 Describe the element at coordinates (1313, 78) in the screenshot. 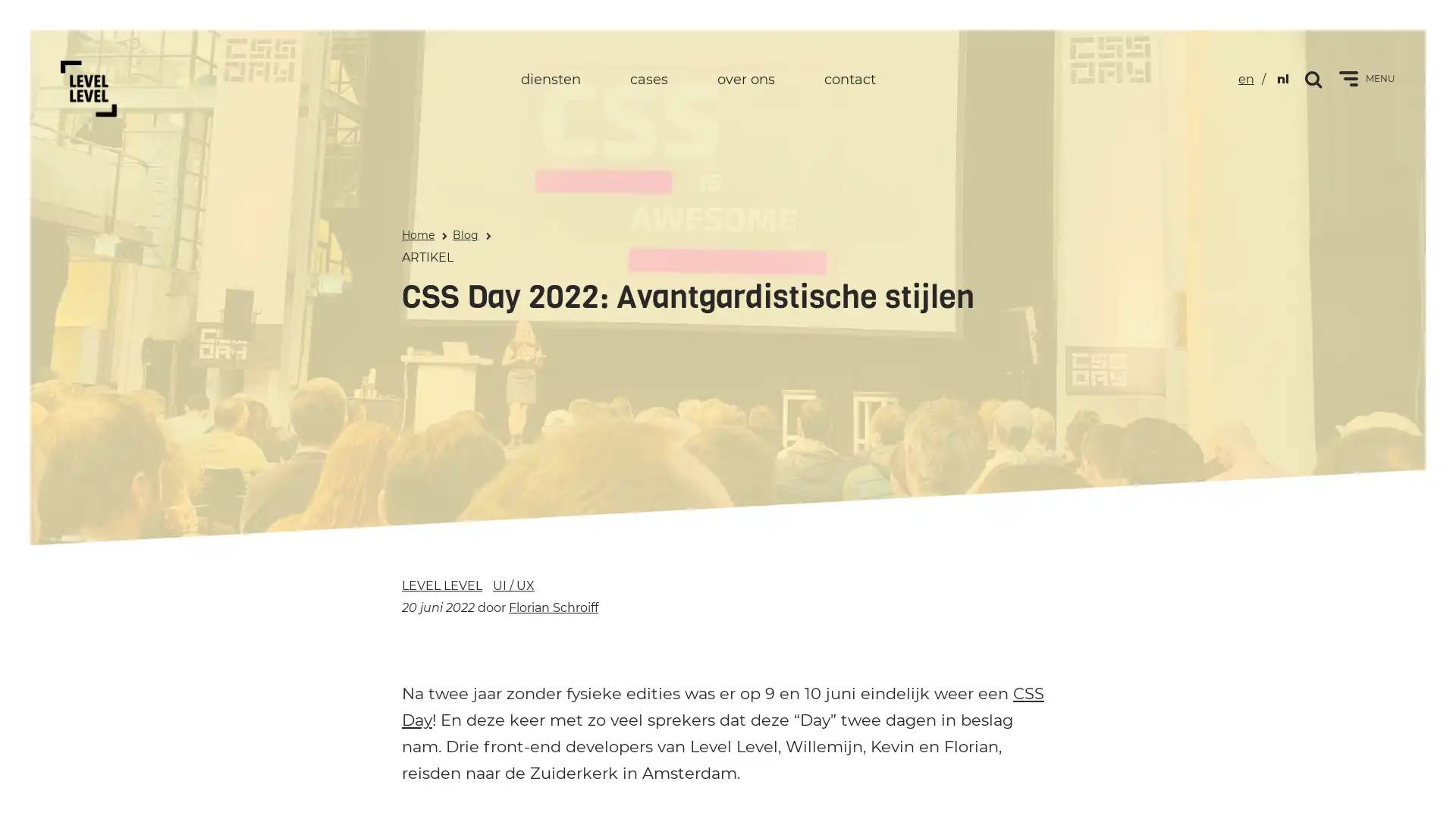

I see `Zoeken` at that location.